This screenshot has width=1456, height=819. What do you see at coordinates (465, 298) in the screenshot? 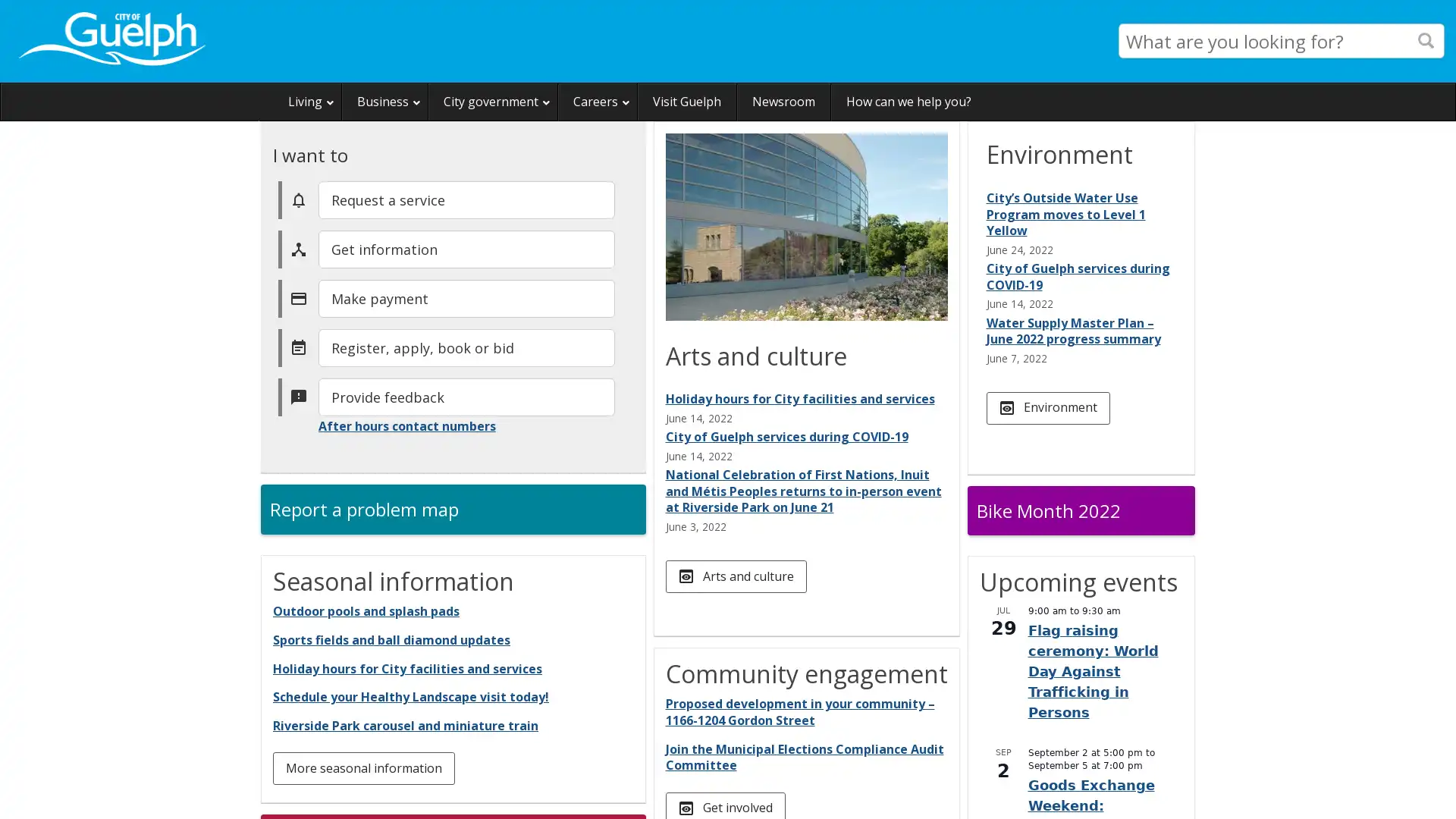
I see `Make payment` at bounding box center [465, 298].